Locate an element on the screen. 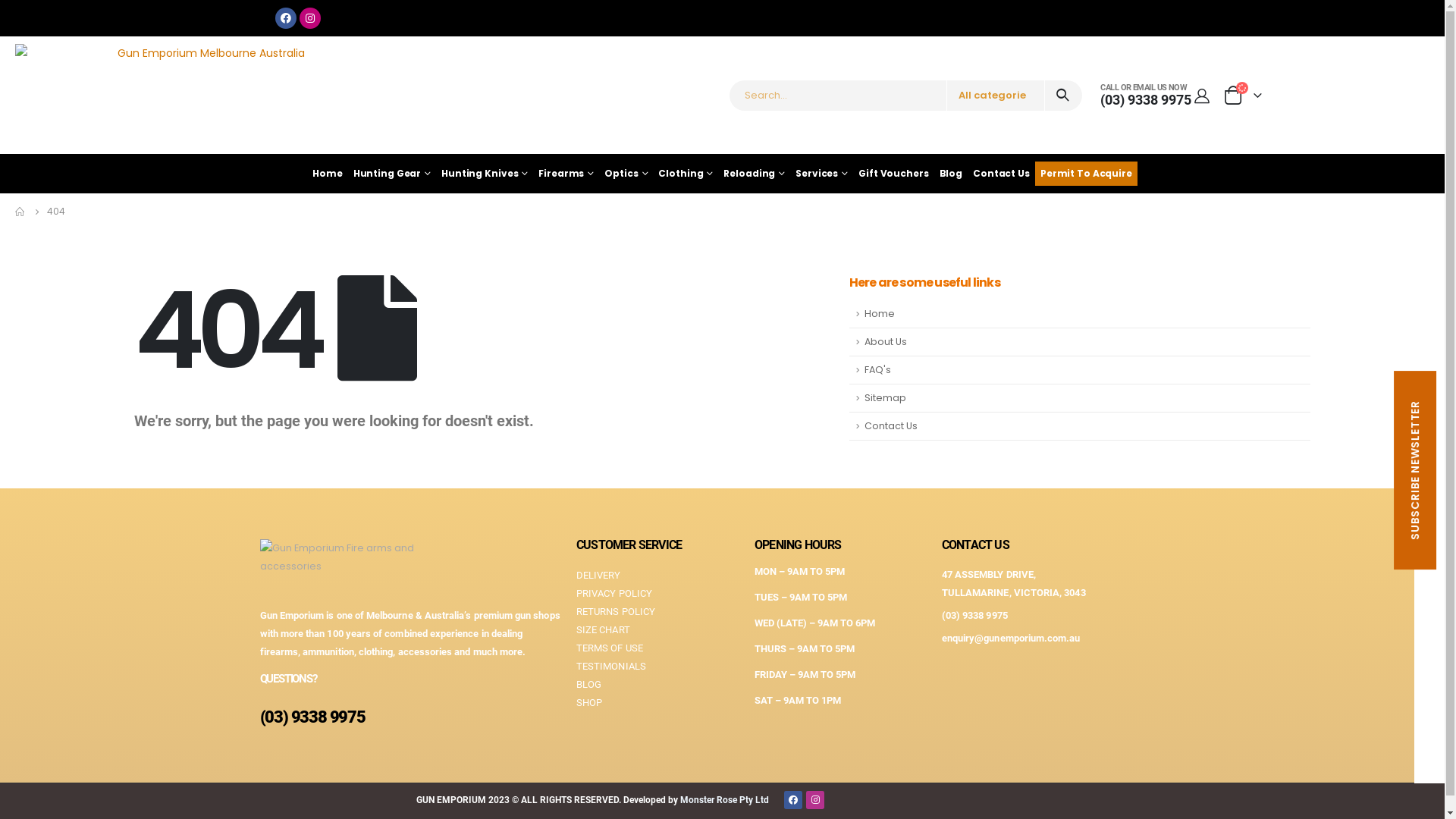 The height and width of the screenshot is (819, 1456). 'Firearms' is located at coordinates (565, 172).